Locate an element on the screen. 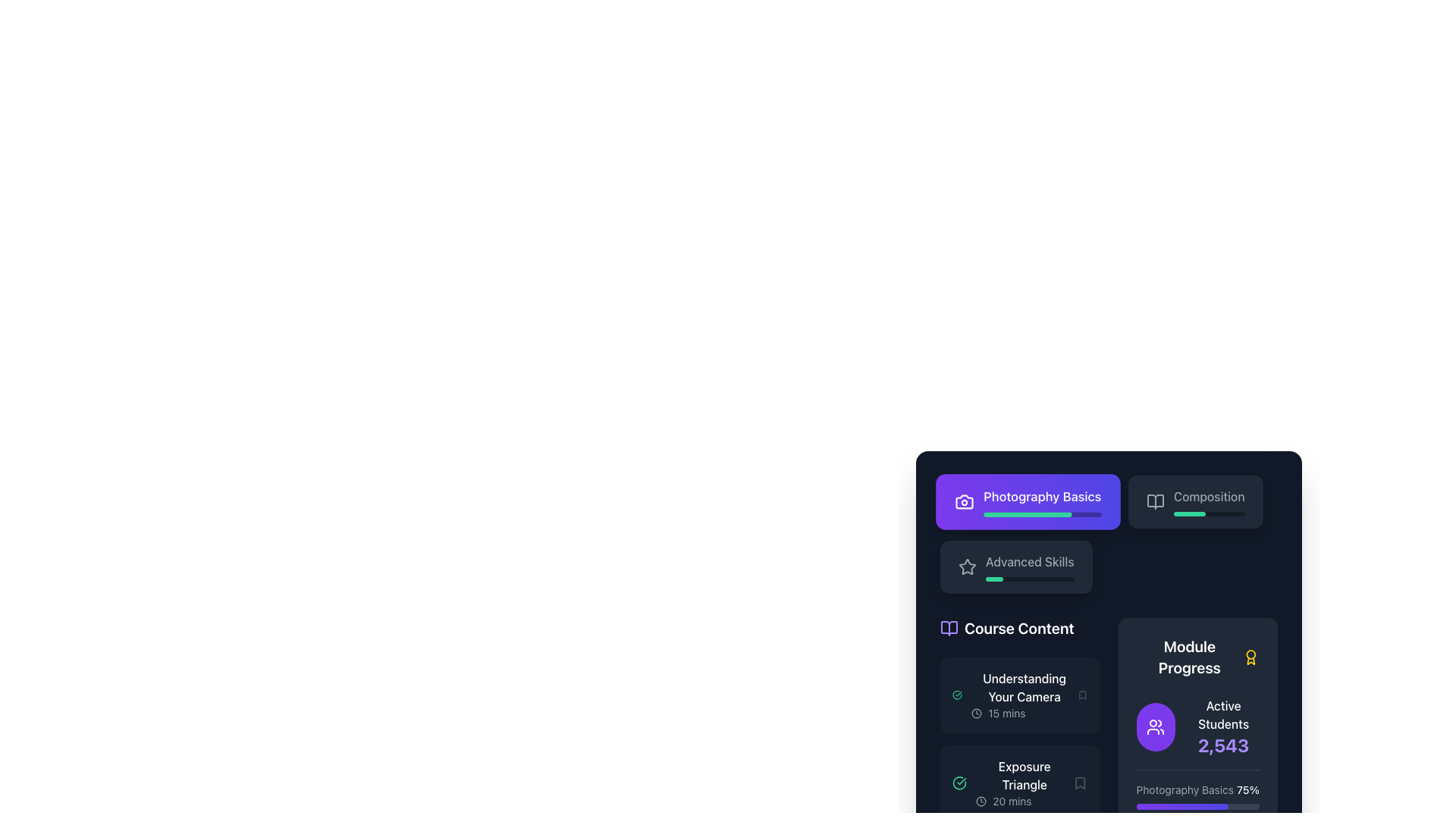 The height and width of the screenshot is (819, 1456). the green circular icon with a checkmark inside, indicating completion, located in the 'Exposure Triangle' section is located at coordinates (959, 783).